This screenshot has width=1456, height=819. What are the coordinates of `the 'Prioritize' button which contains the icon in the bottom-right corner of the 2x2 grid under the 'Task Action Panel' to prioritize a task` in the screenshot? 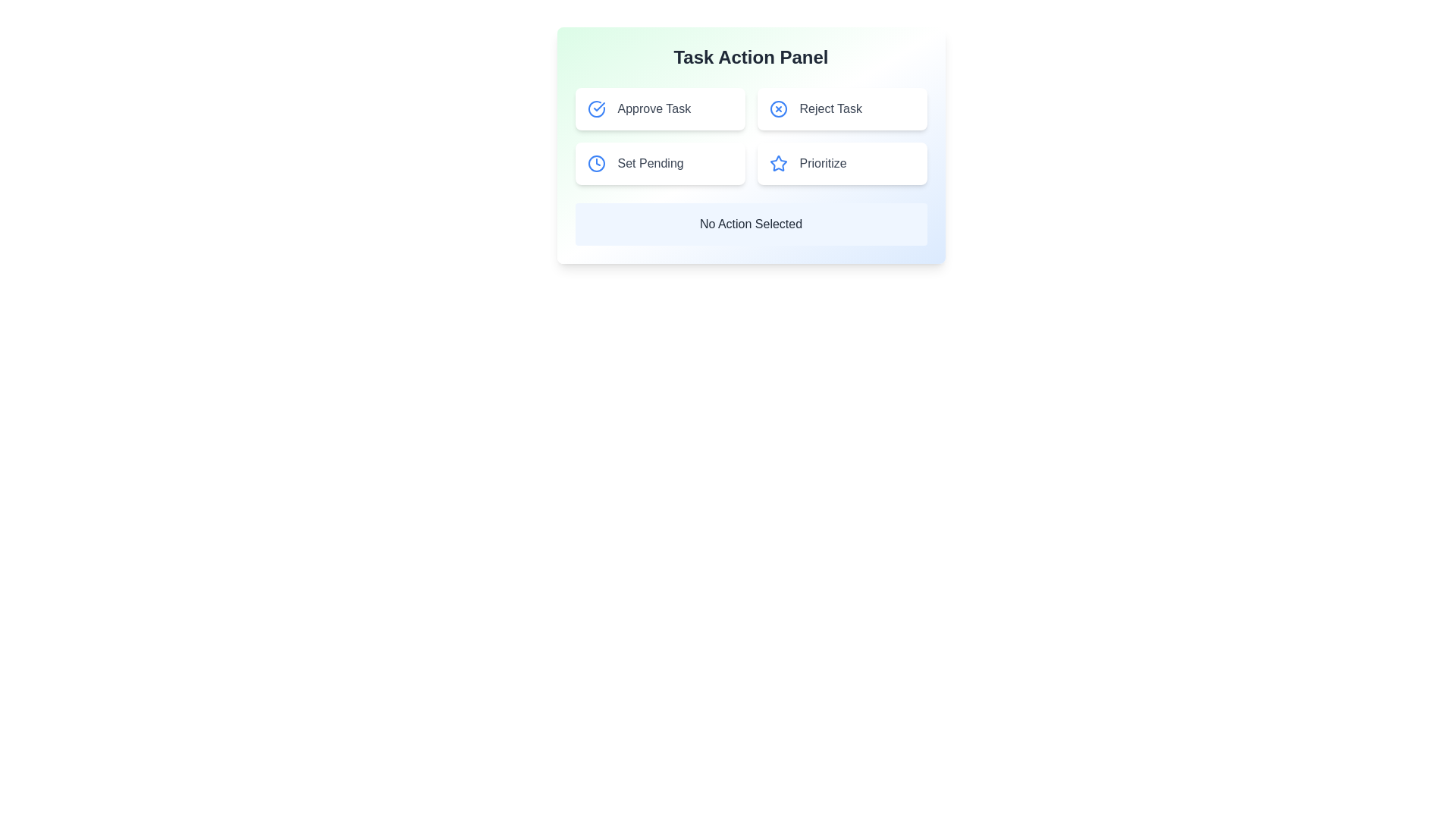 It's located at (778, 163).